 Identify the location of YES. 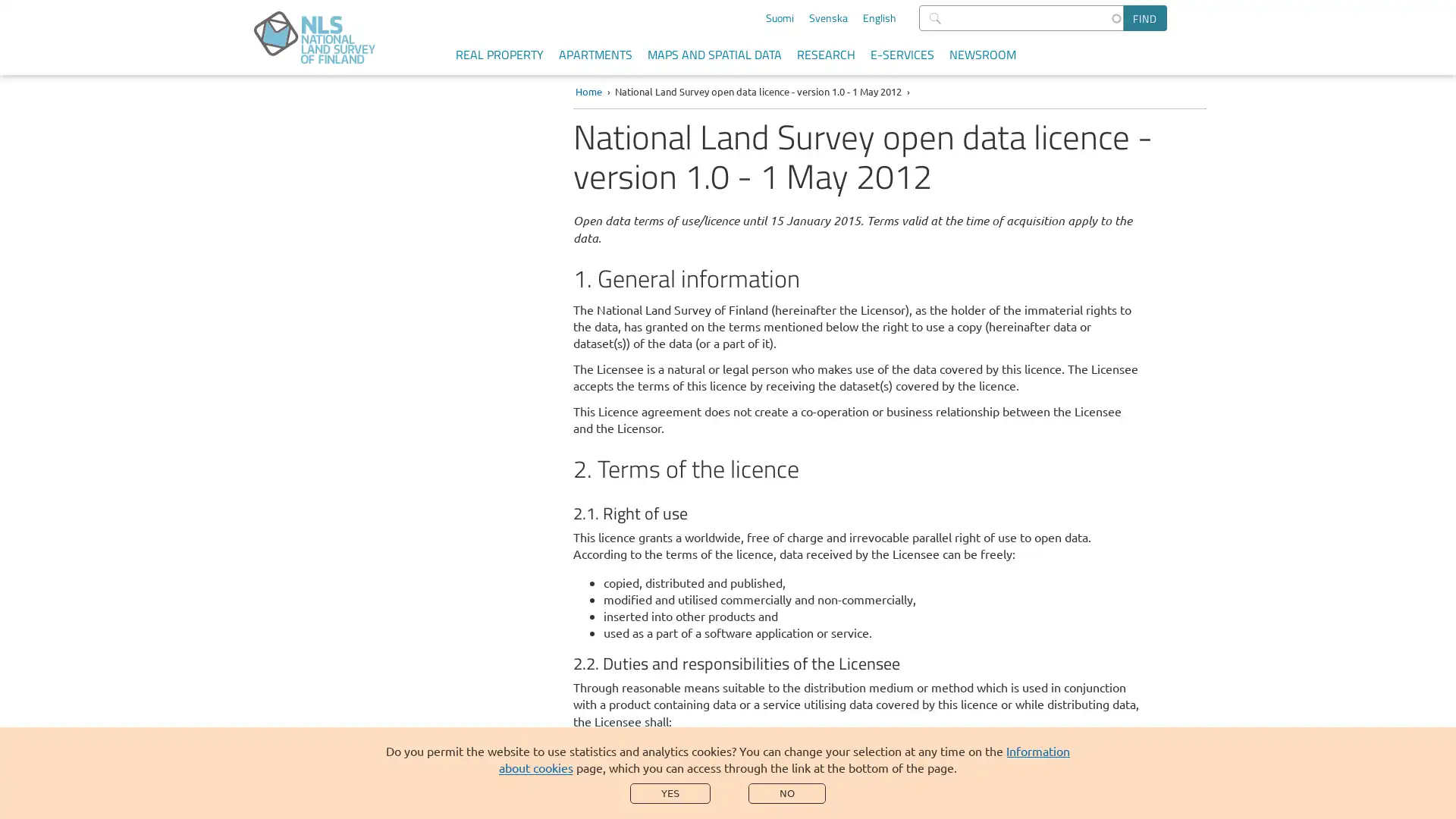
(669, 792).